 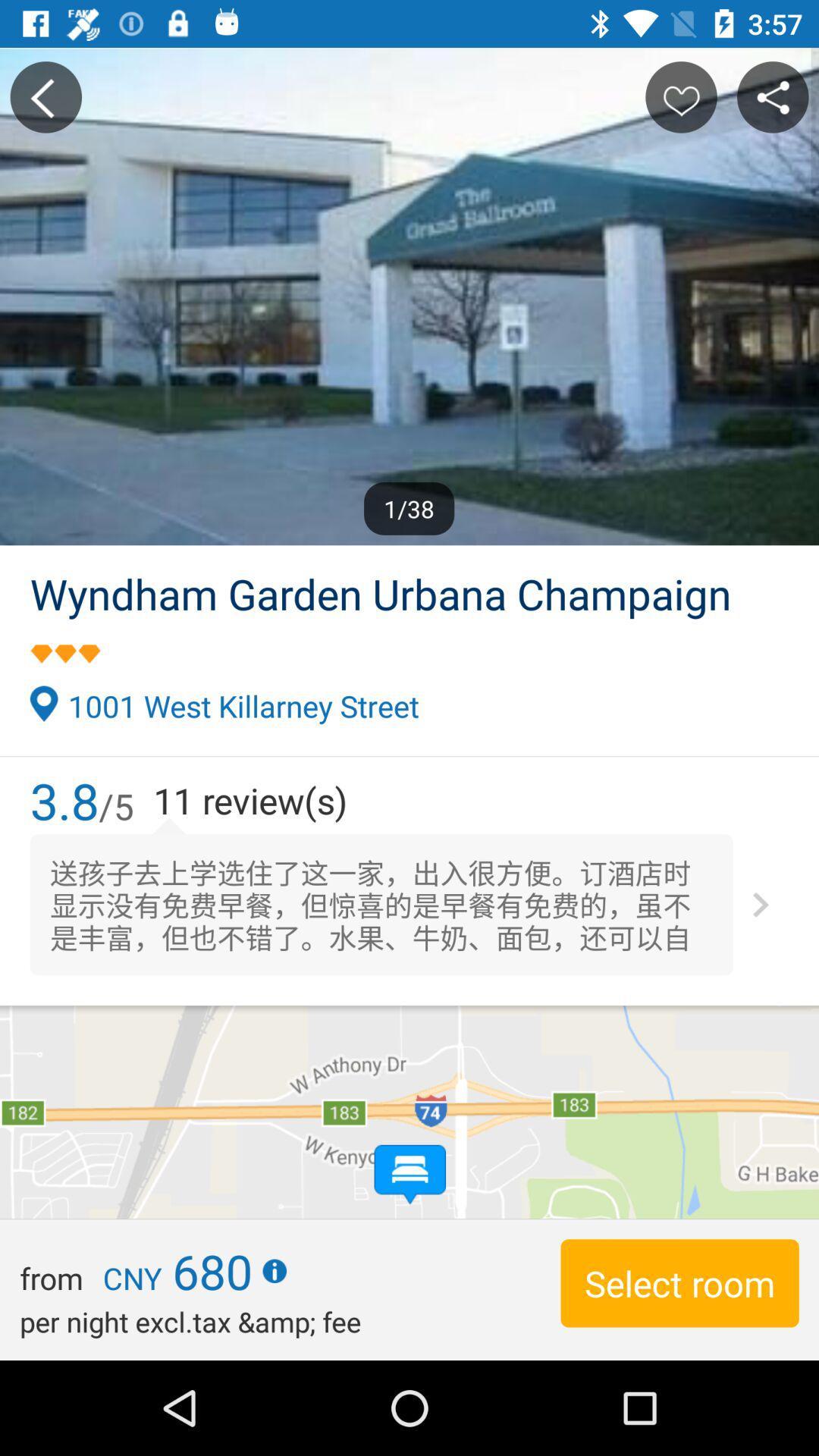 What do you see at coordinates (773, 96) in the screenshot?
I see `the share icon` at bounding box center [773, 96].